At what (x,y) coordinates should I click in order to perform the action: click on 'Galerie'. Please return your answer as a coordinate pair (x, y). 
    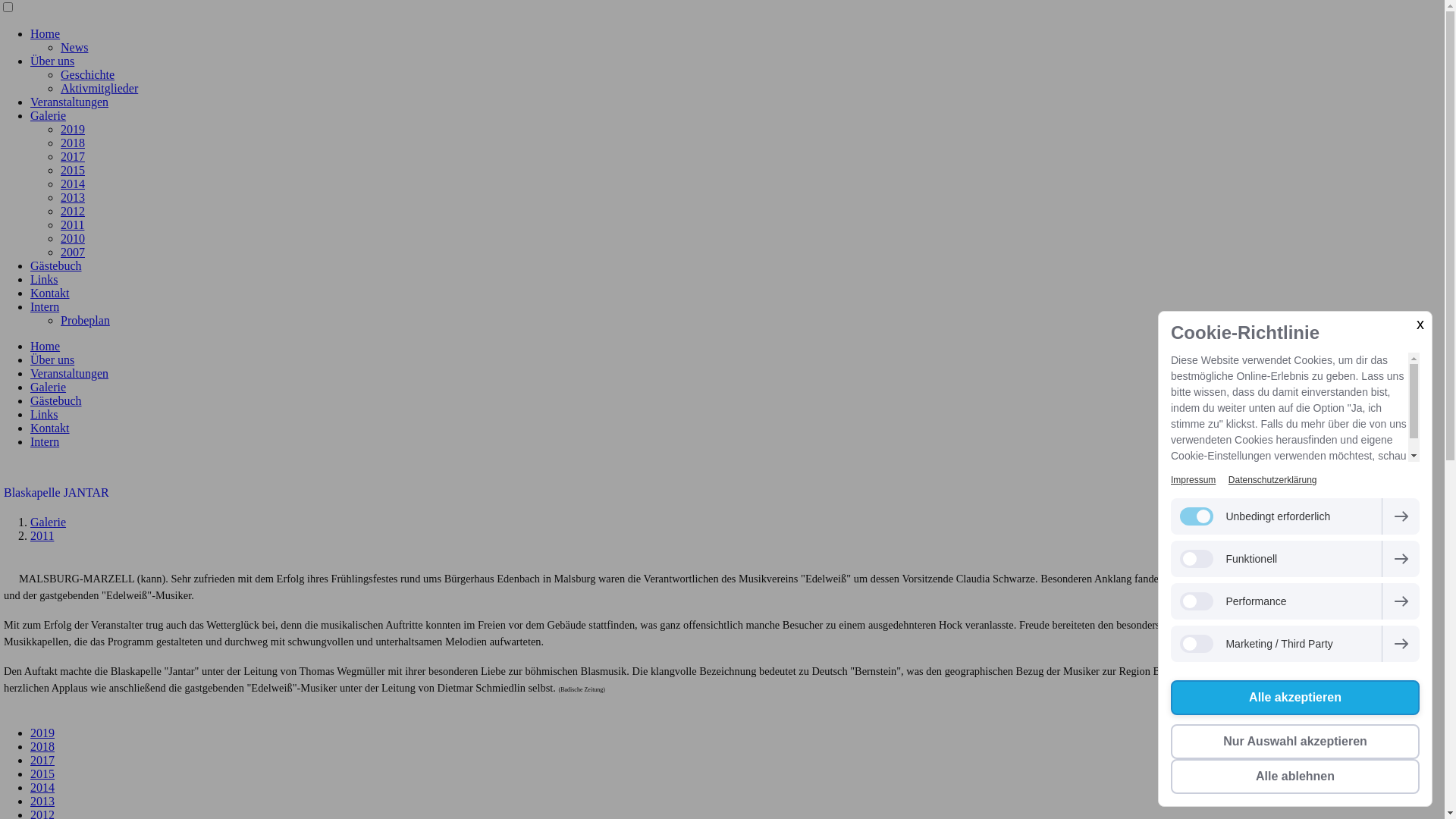
    Looking at the image, I should click on (48, 115).